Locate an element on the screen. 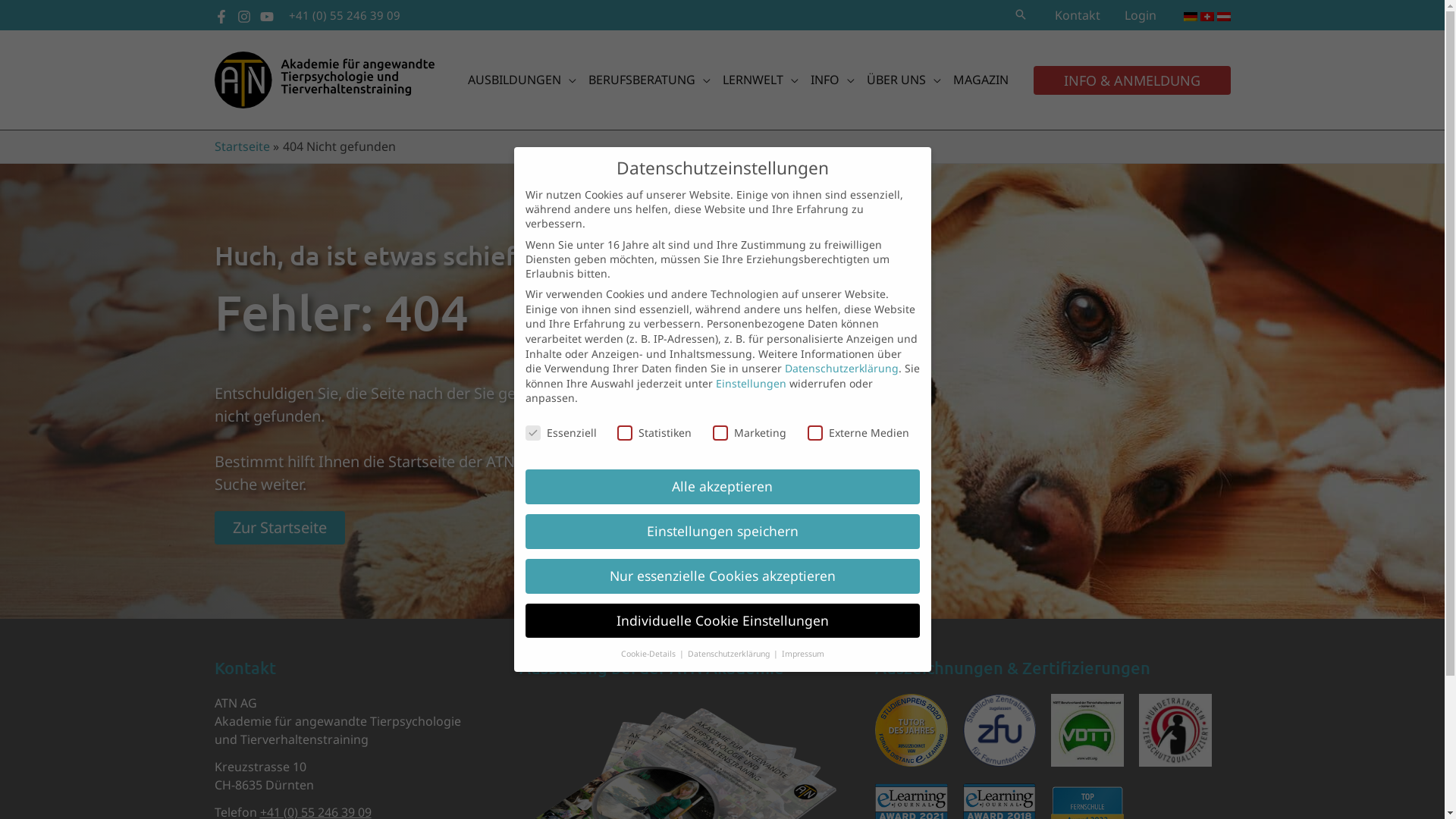 The width and height of the screenshot is (1456, 819). 'Individuelle Cookie Einstellungen' is located at coordinates (720, 620).